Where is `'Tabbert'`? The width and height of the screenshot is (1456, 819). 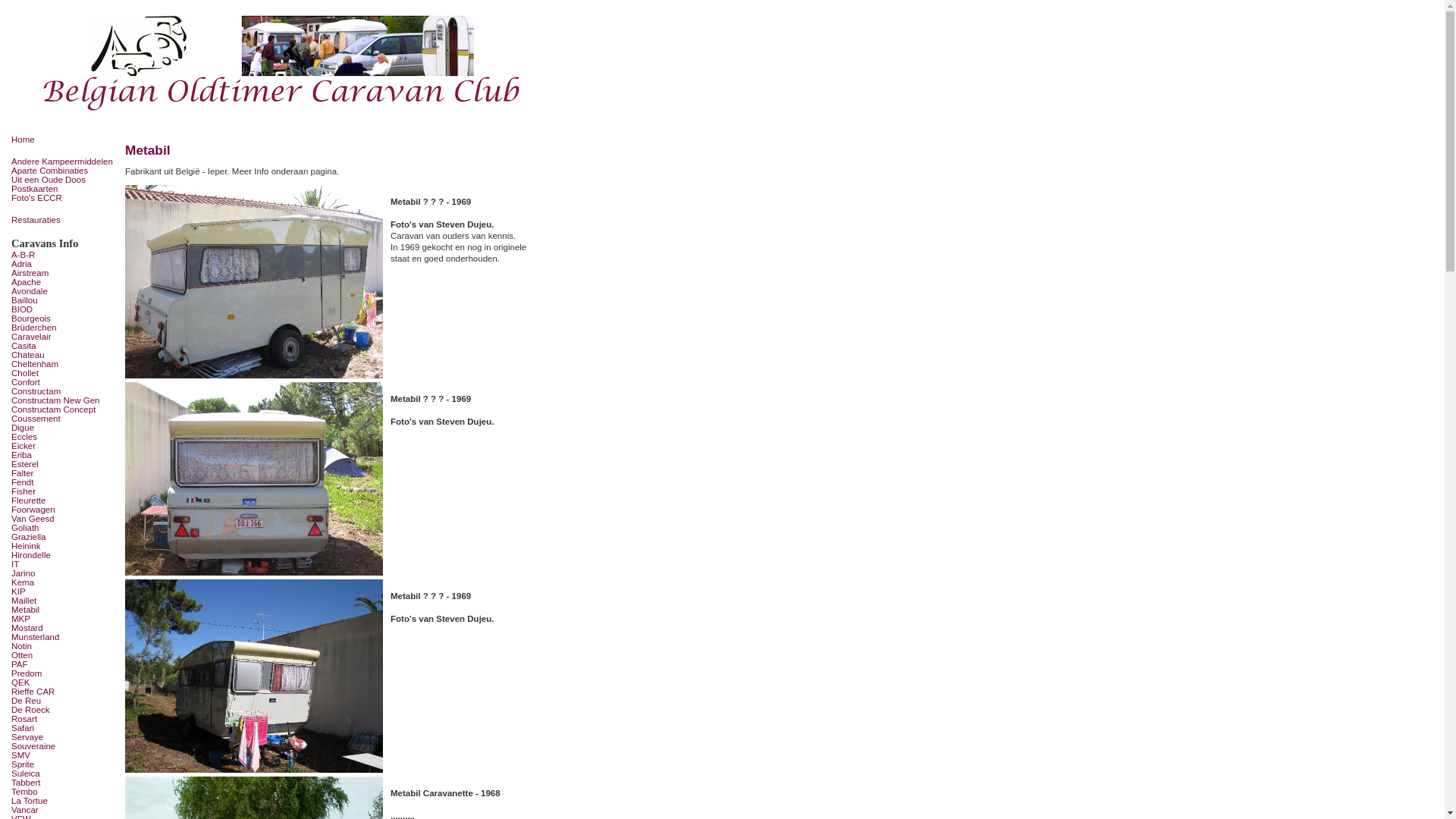
'Tabbert' is located at coordinates (11, 783).